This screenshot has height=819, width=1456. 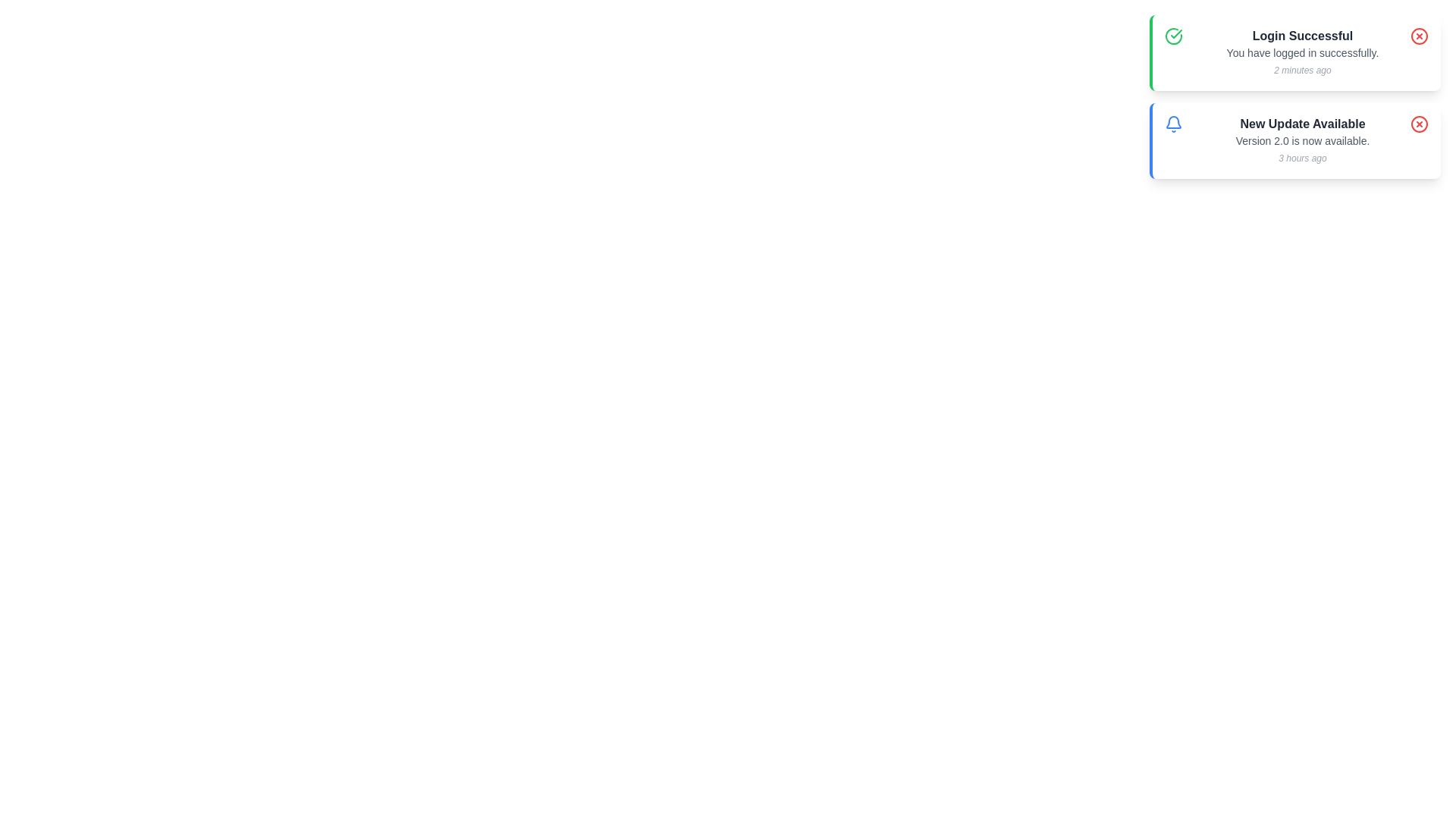 I want to click on the notification to view its details, so click(x=1294, y=96).